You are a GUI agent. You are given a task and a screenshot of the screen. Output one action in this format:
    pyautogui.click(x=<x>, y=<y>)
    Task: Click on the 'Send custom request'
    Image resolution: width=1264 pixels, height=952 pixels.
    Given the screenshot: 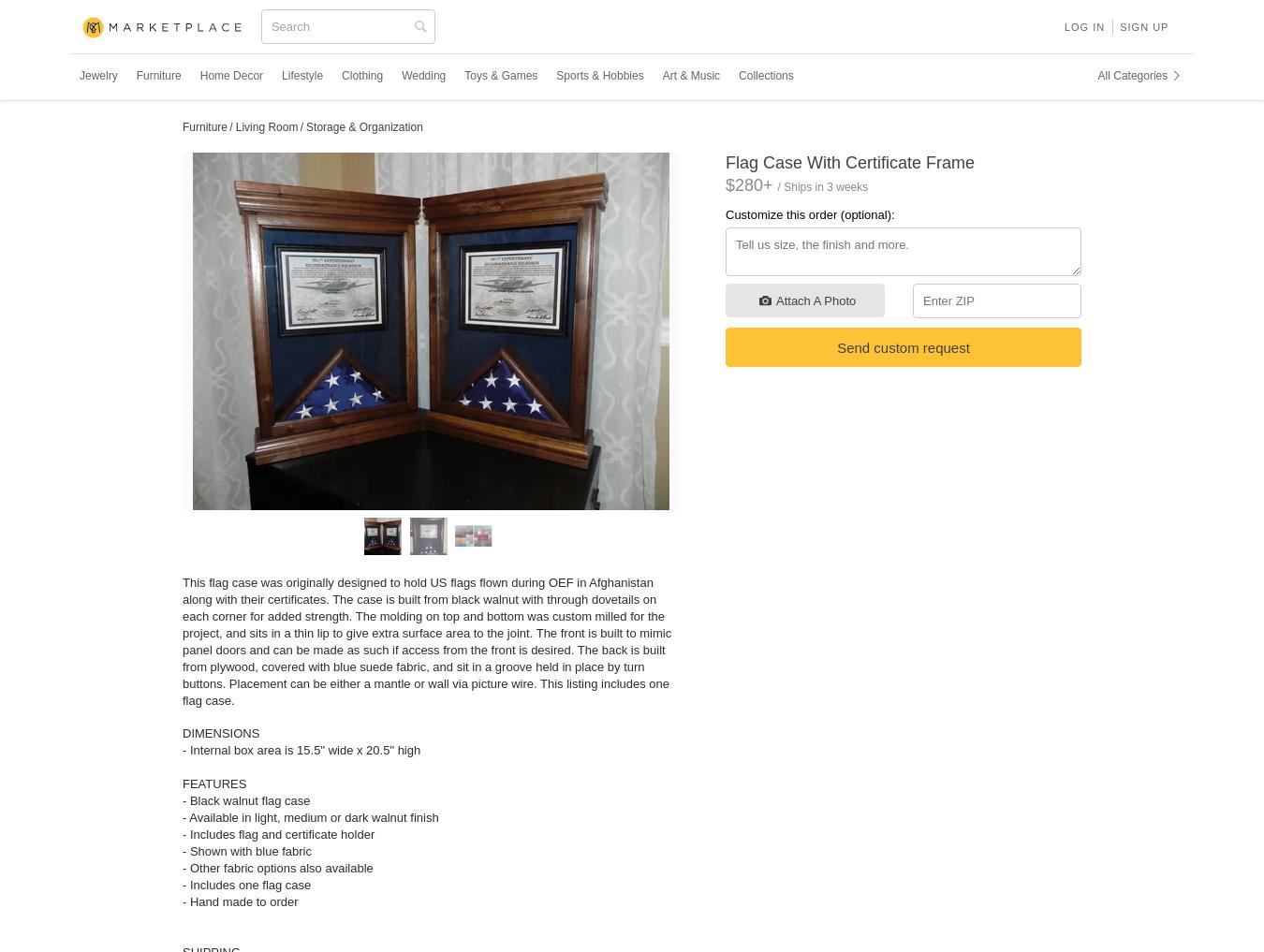 What is the action you would take?
    pyautogui.click(x=902, y=346)
    